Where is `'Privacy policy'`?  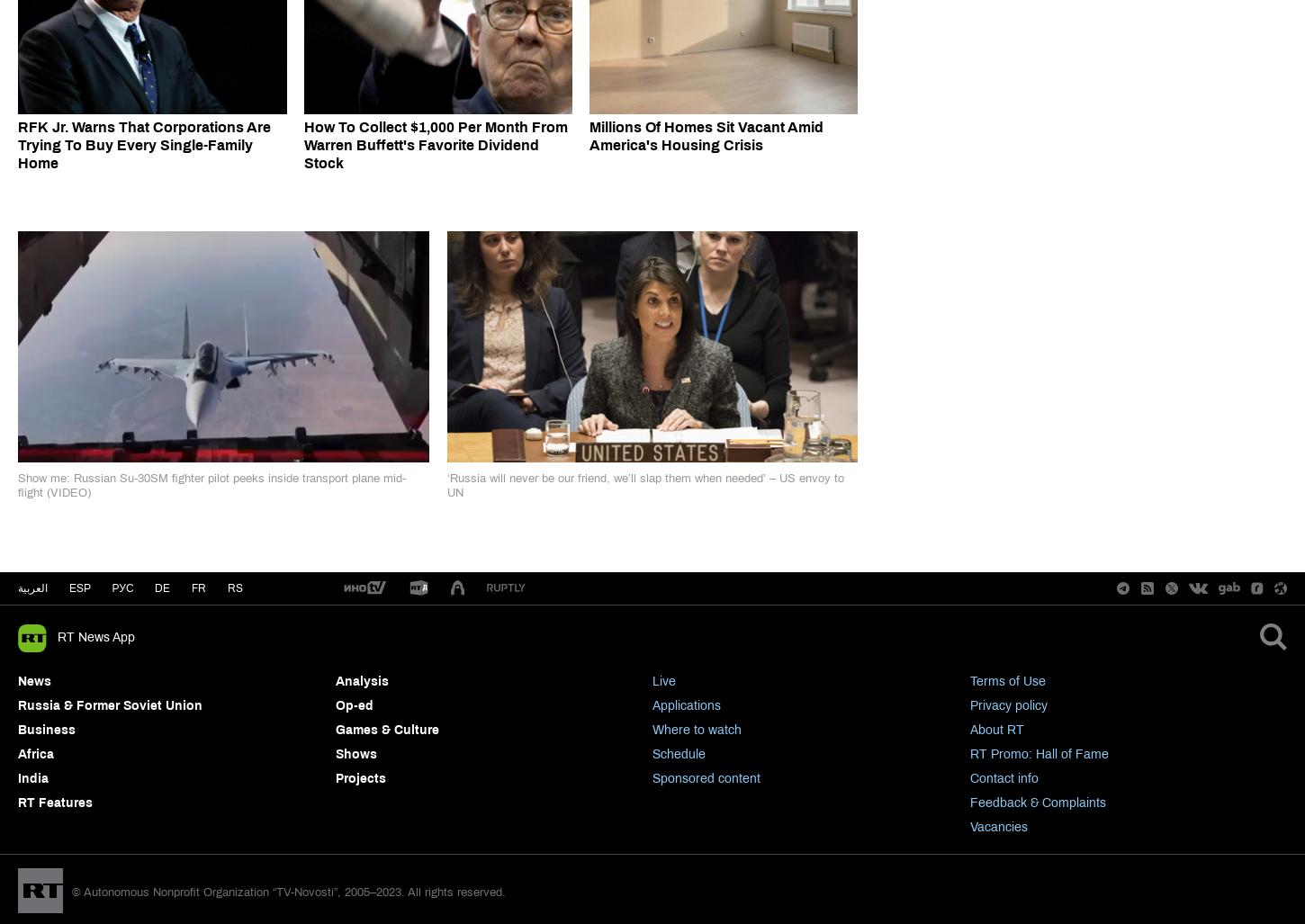 'Privacy policy' is located at coordinates (1006, 704).